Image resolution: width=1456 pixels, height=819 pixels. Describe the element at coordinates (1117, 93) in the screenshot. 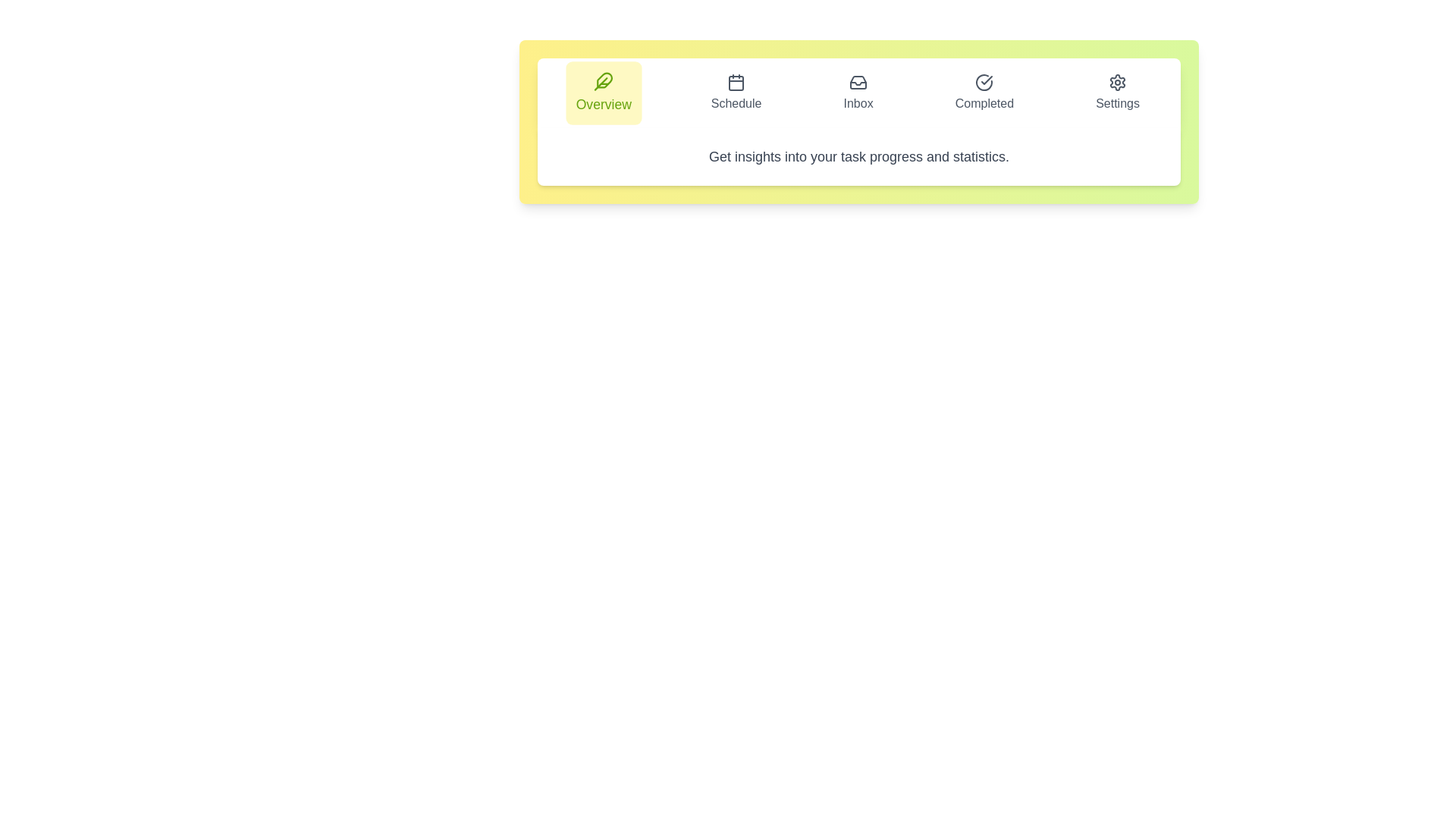

I see `the Settings tab to inspect its layout and design` at that location.